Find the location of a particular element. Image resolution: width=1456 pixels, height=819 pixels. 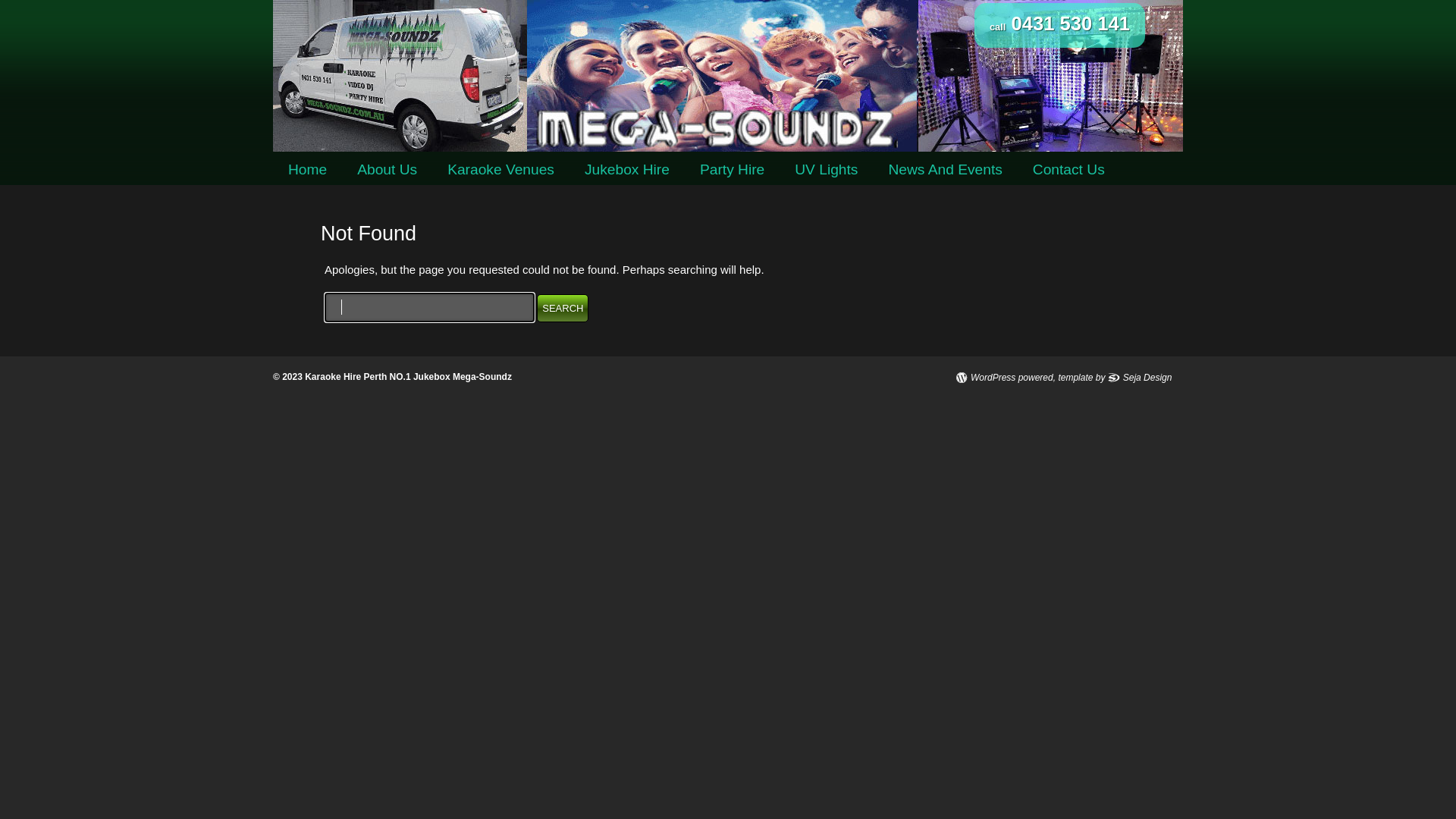

'Seja Design' is located at coordinates (1140, 376).